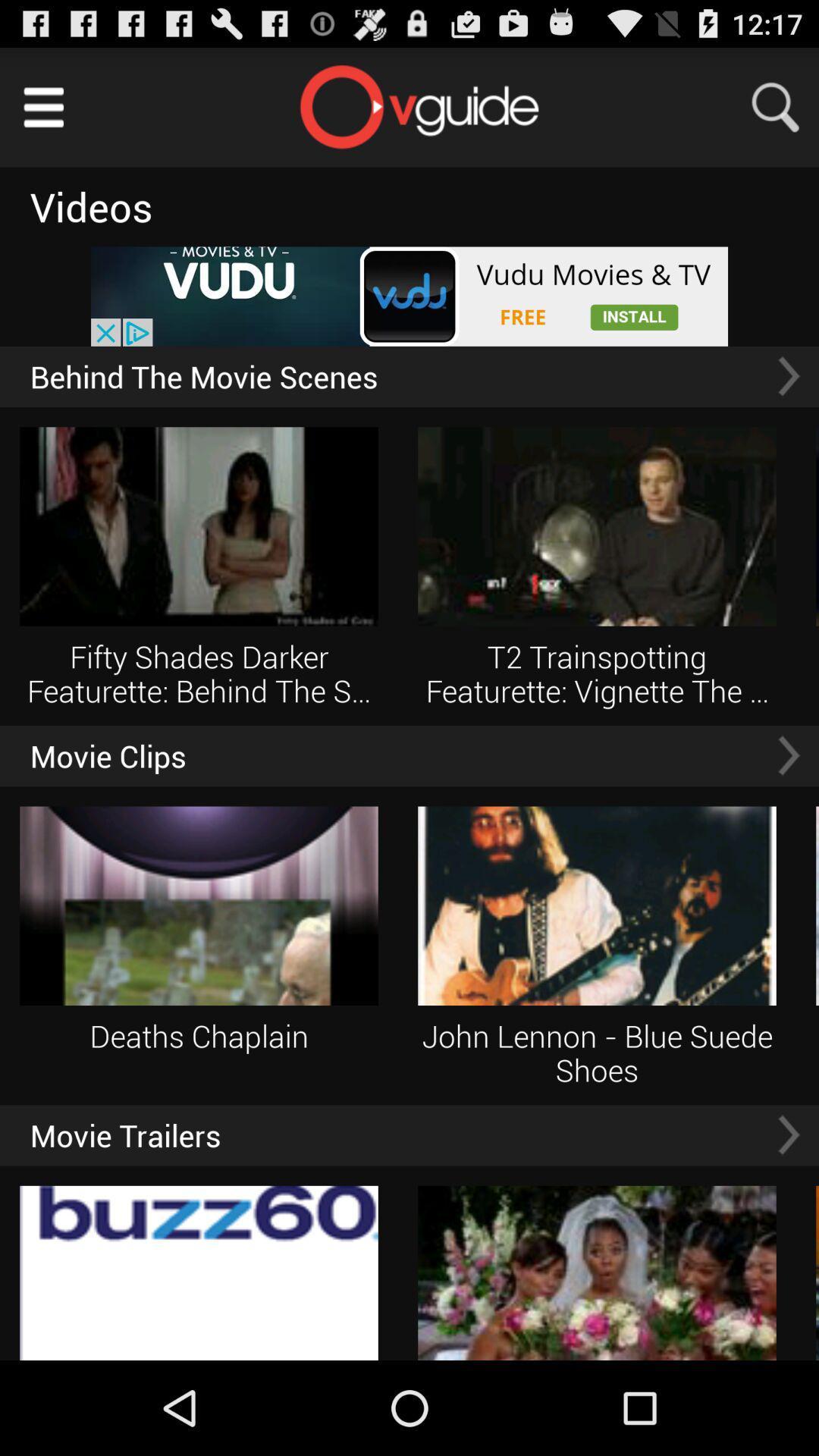 The image size is (819, 1456). What do you see at coordinates (788, 755) in the screenshot?
I see `go next` at bounding box center [788, 755].